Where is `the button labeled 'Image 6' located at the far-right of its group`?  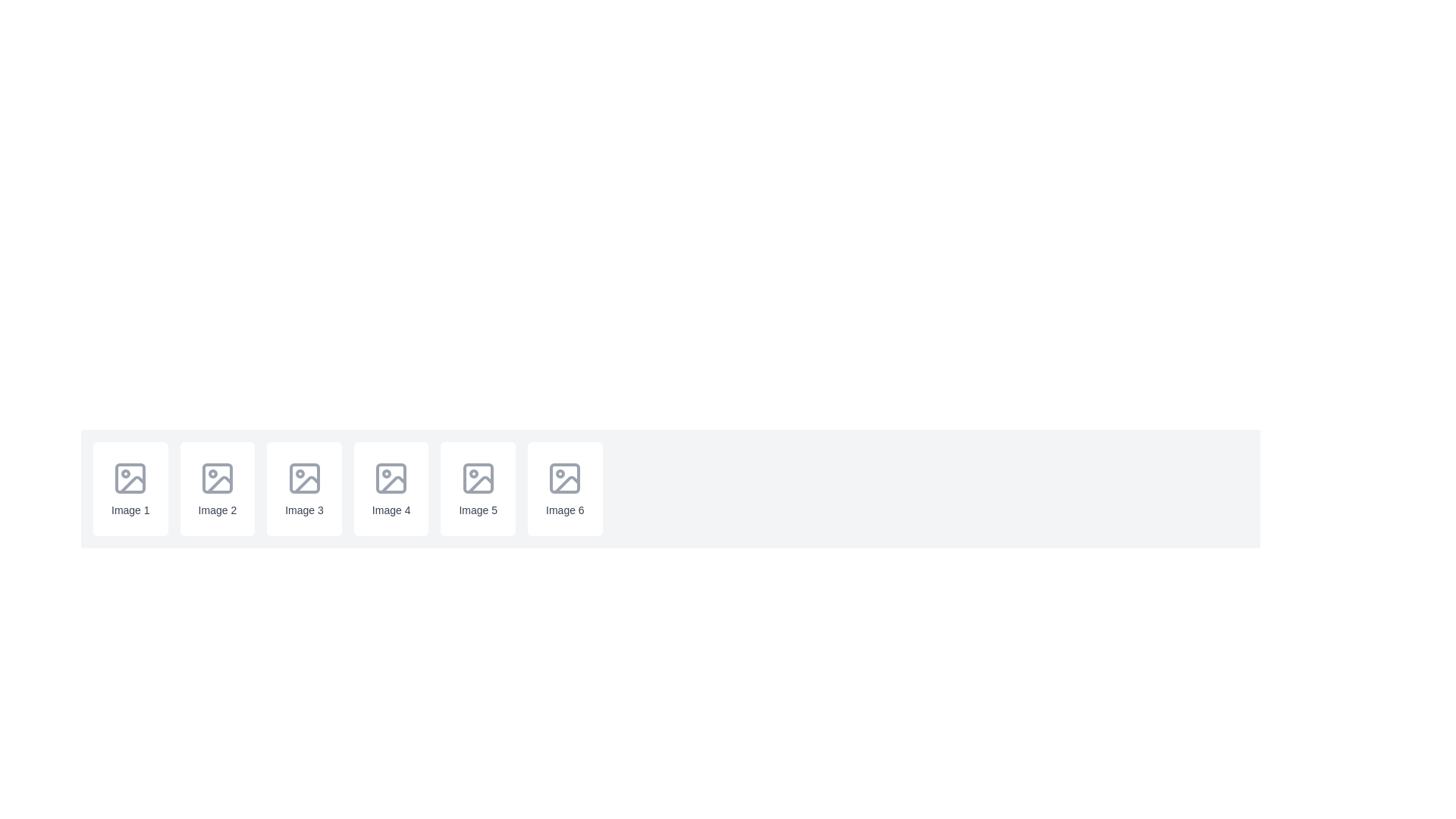
the button labeled 'Image 6' located at the far-right of its group is located at coordinates (564, 488).